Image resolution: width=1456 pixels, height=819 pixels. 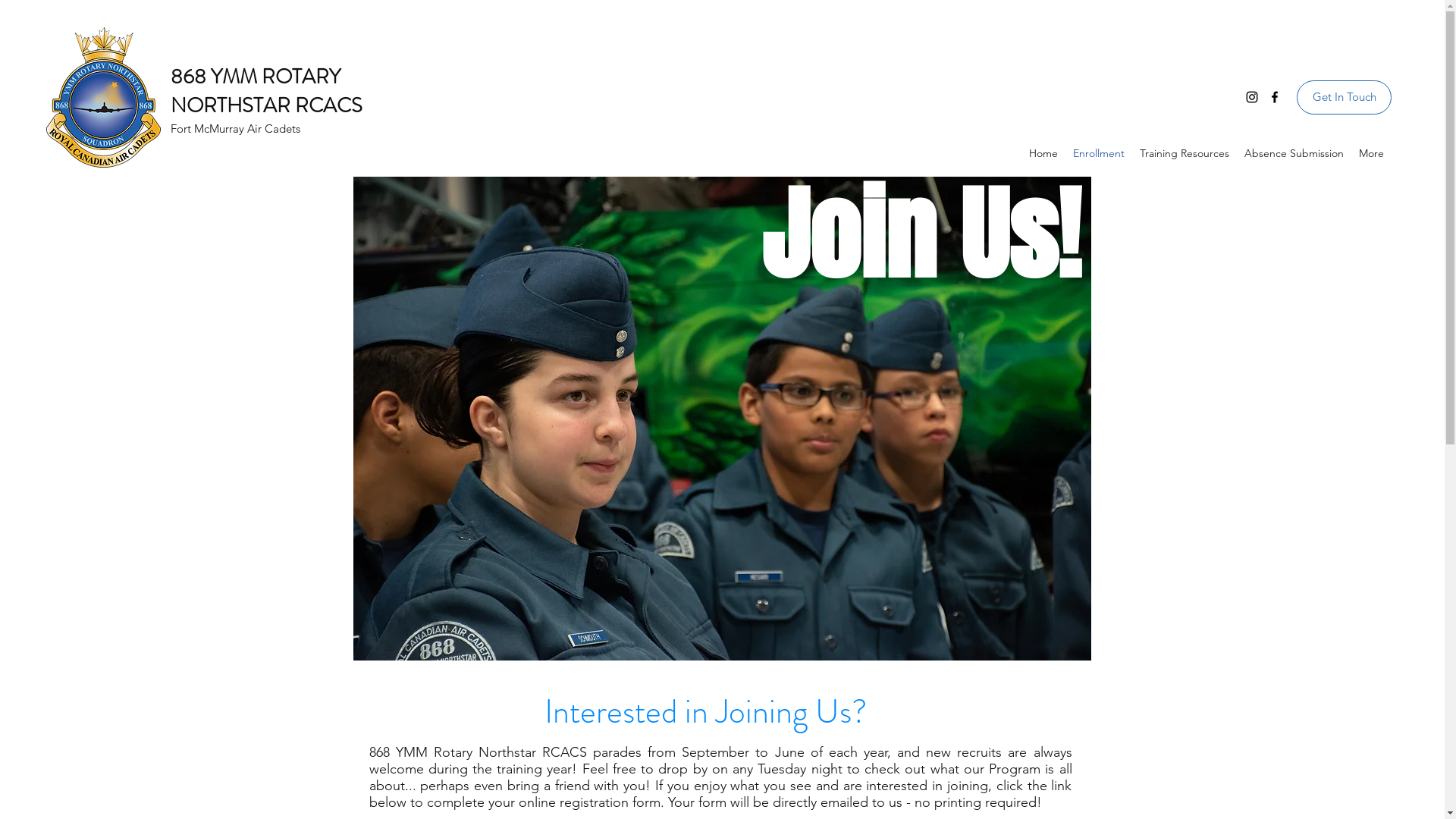 I want to click on 'Get In Touch', so click(x=1344, y=97).